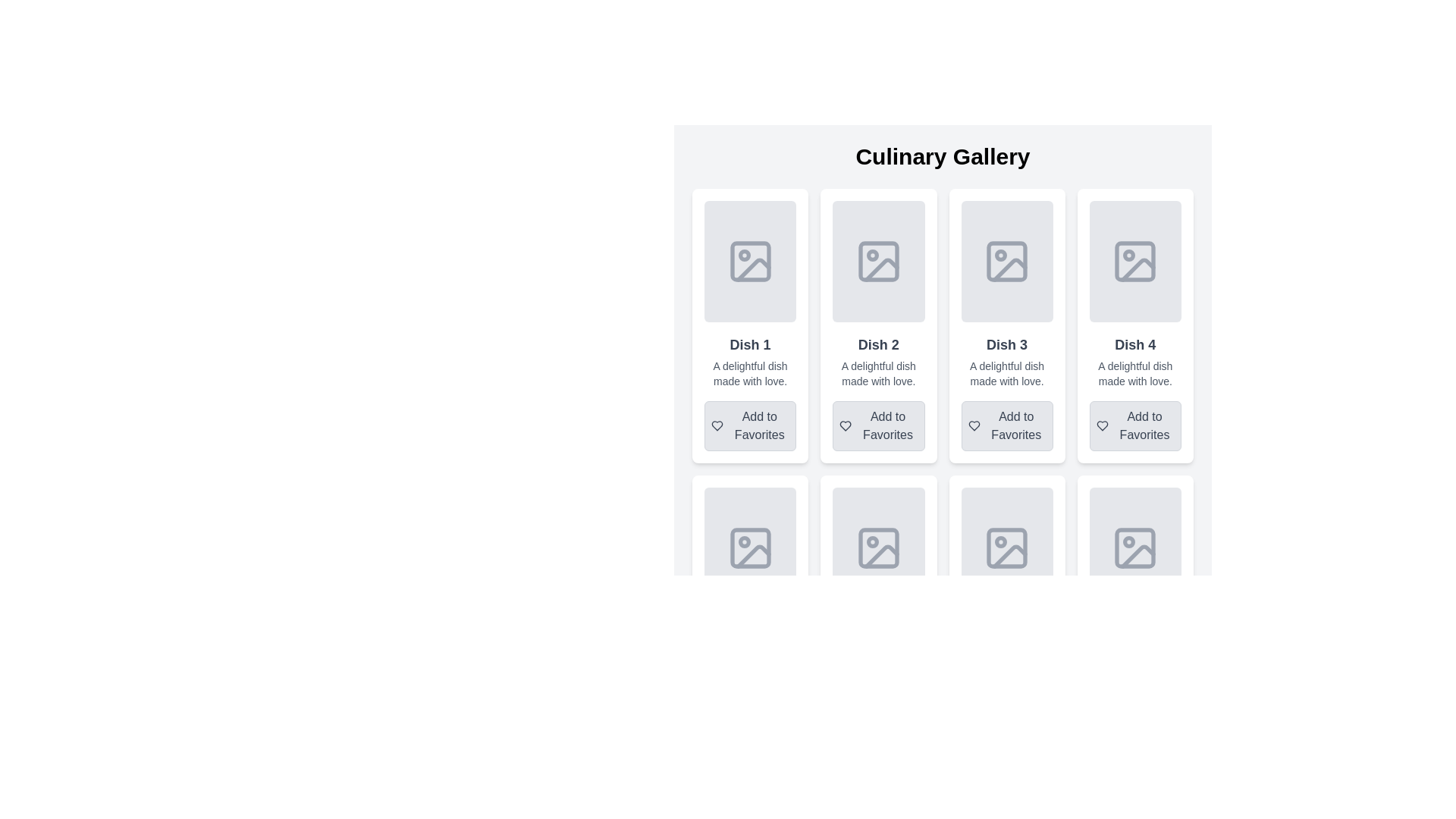 The width and height of the screenshot is (1456, 819). Describe the element at coordinates (1102, 426) in the screenshot. I see `the heart-shaped icon within the 'Add` at that location.